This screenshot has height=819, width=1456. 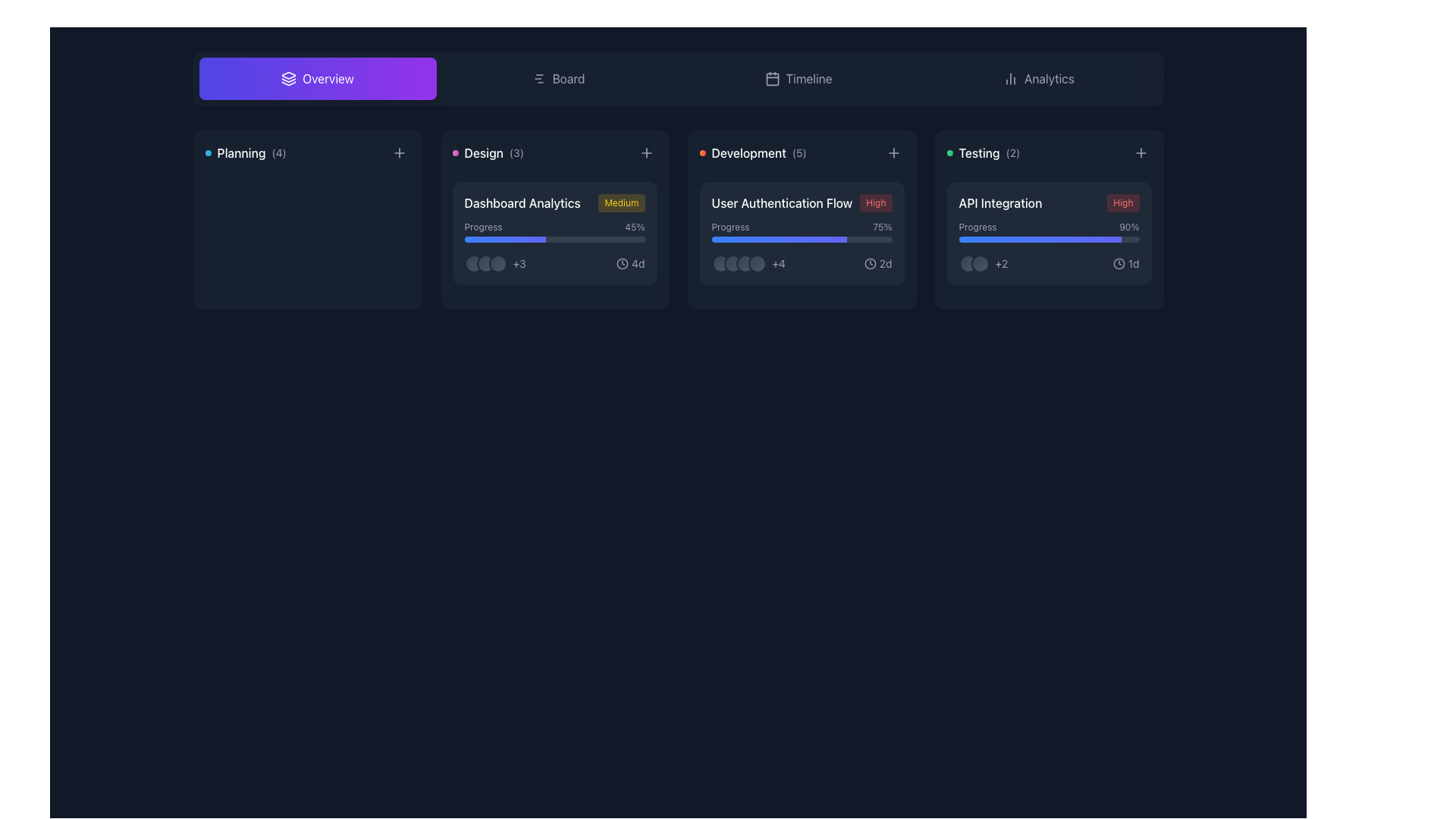 I want to click on the Progress Bar that visually represents the completion of the 'User Authentication Flow' task, which shows 75% completion, located under the 'Development' section, so click(x=801, y=239).